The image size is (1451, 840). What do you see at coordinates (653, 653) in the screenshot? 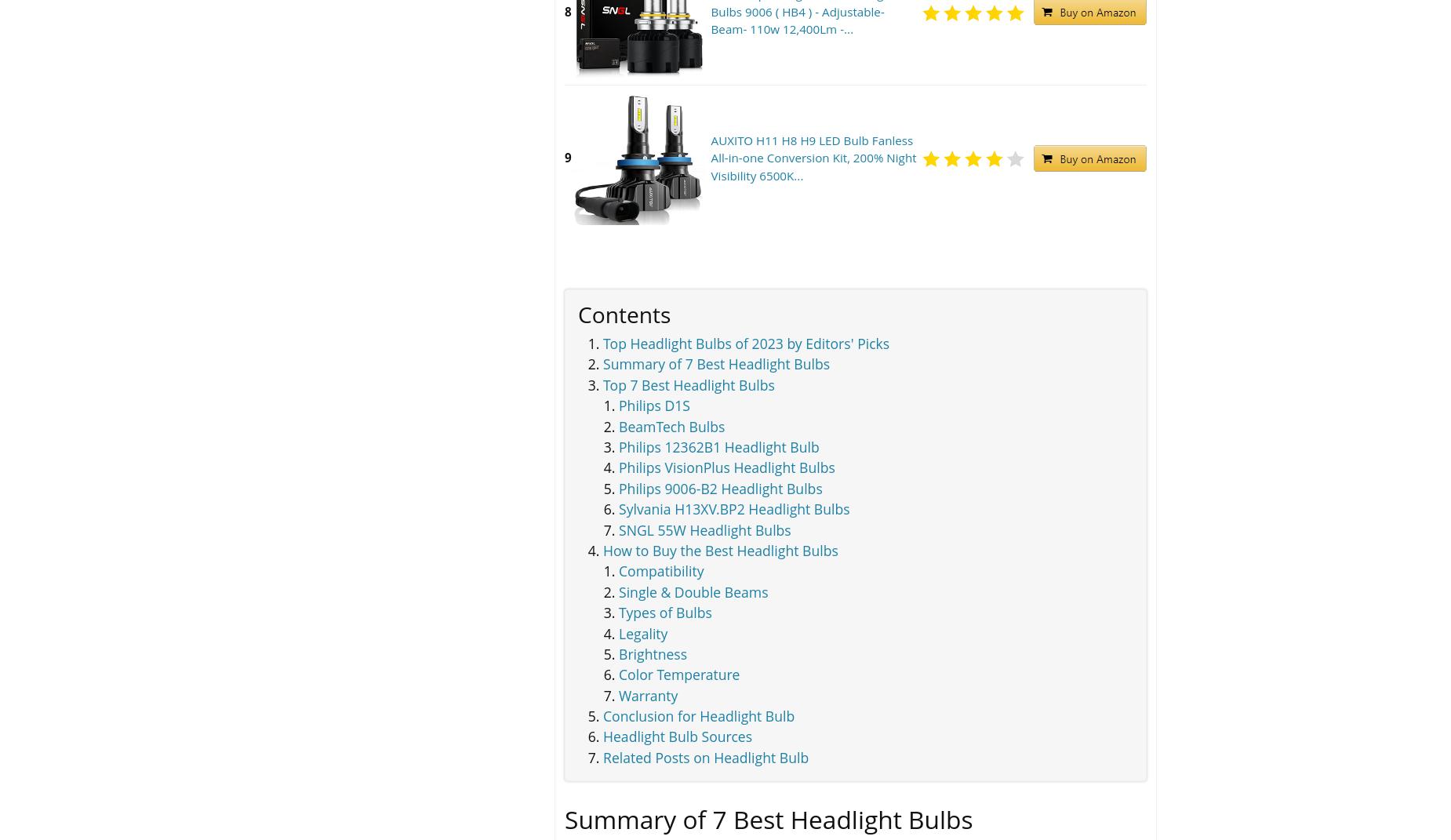
I see `'Brightness'` at bounding box center [653, 653].